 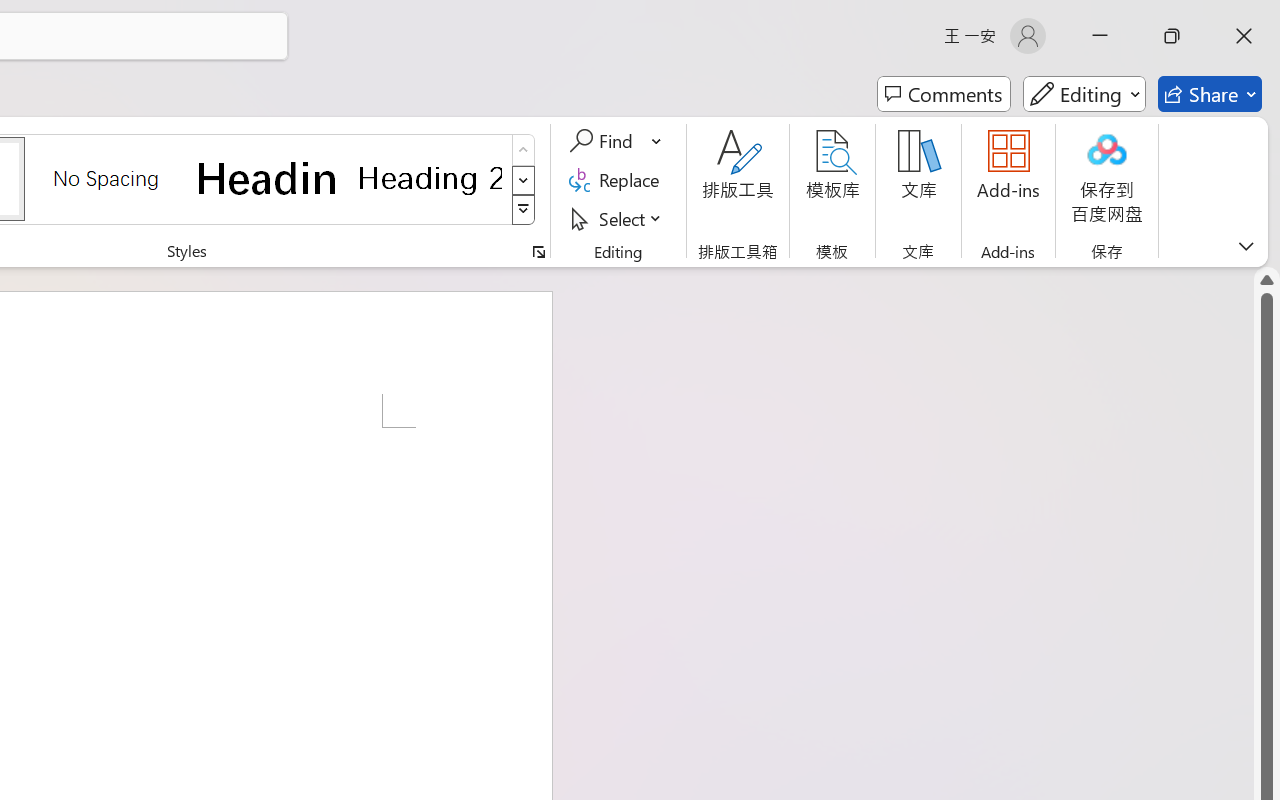 What do you see at coordinates (429, 177) in the screenshot?
I see `'Heading 2'` at bounding box center [429, 177].